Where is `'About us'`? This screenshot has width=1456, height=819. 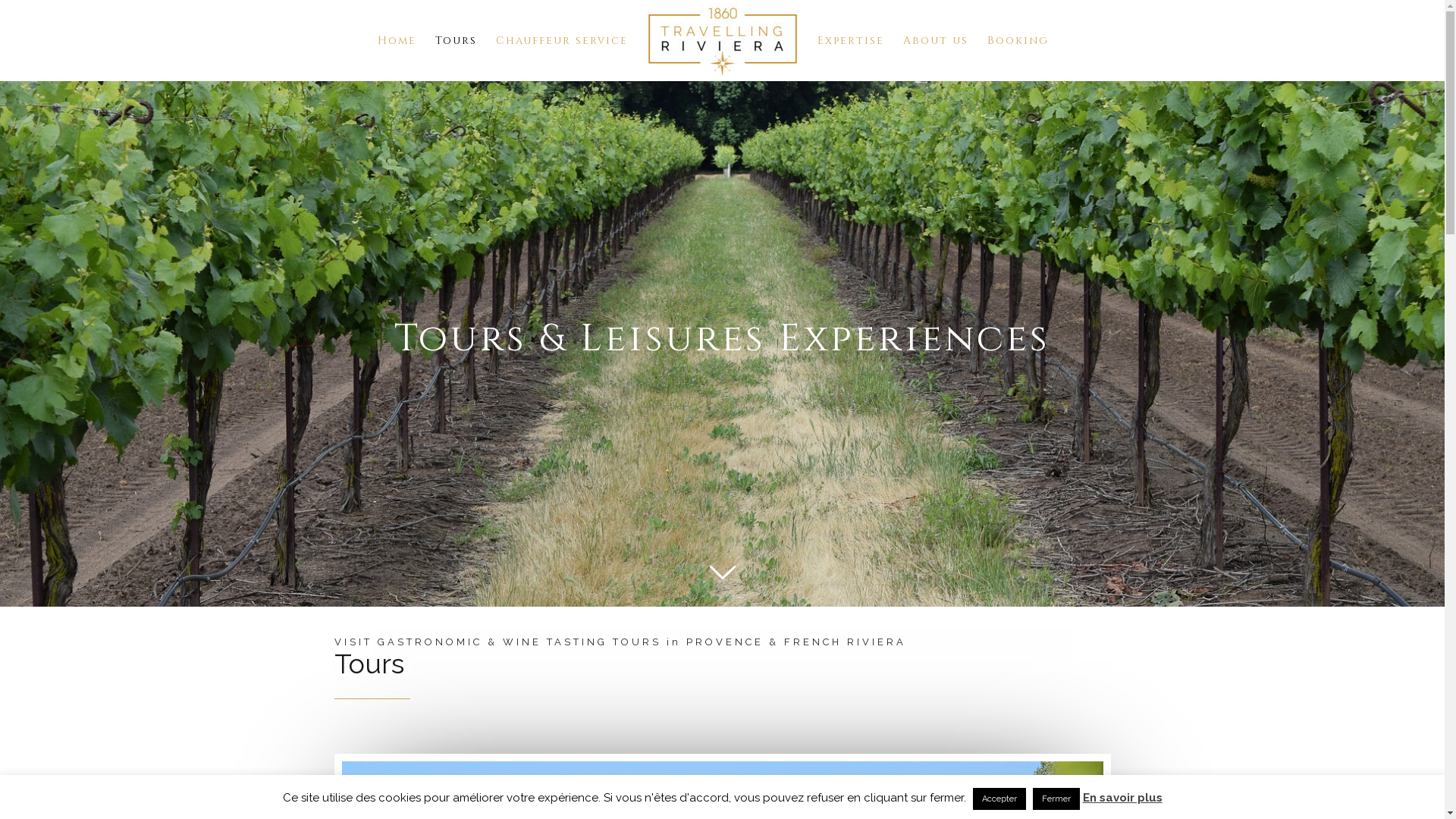
'About us' is located at coordinates (934, 40).